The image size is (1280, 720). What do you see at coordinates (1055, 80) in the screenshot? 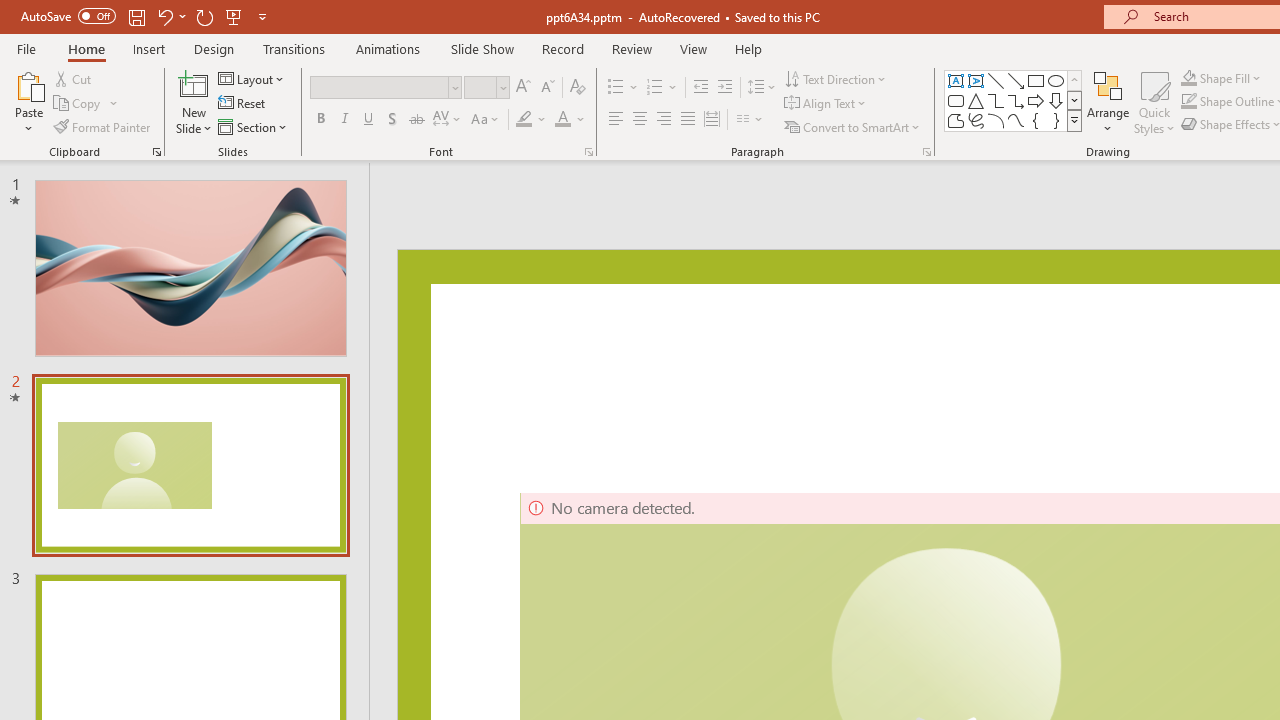
I see `'Oval'` at bounding box center [1055, 80].